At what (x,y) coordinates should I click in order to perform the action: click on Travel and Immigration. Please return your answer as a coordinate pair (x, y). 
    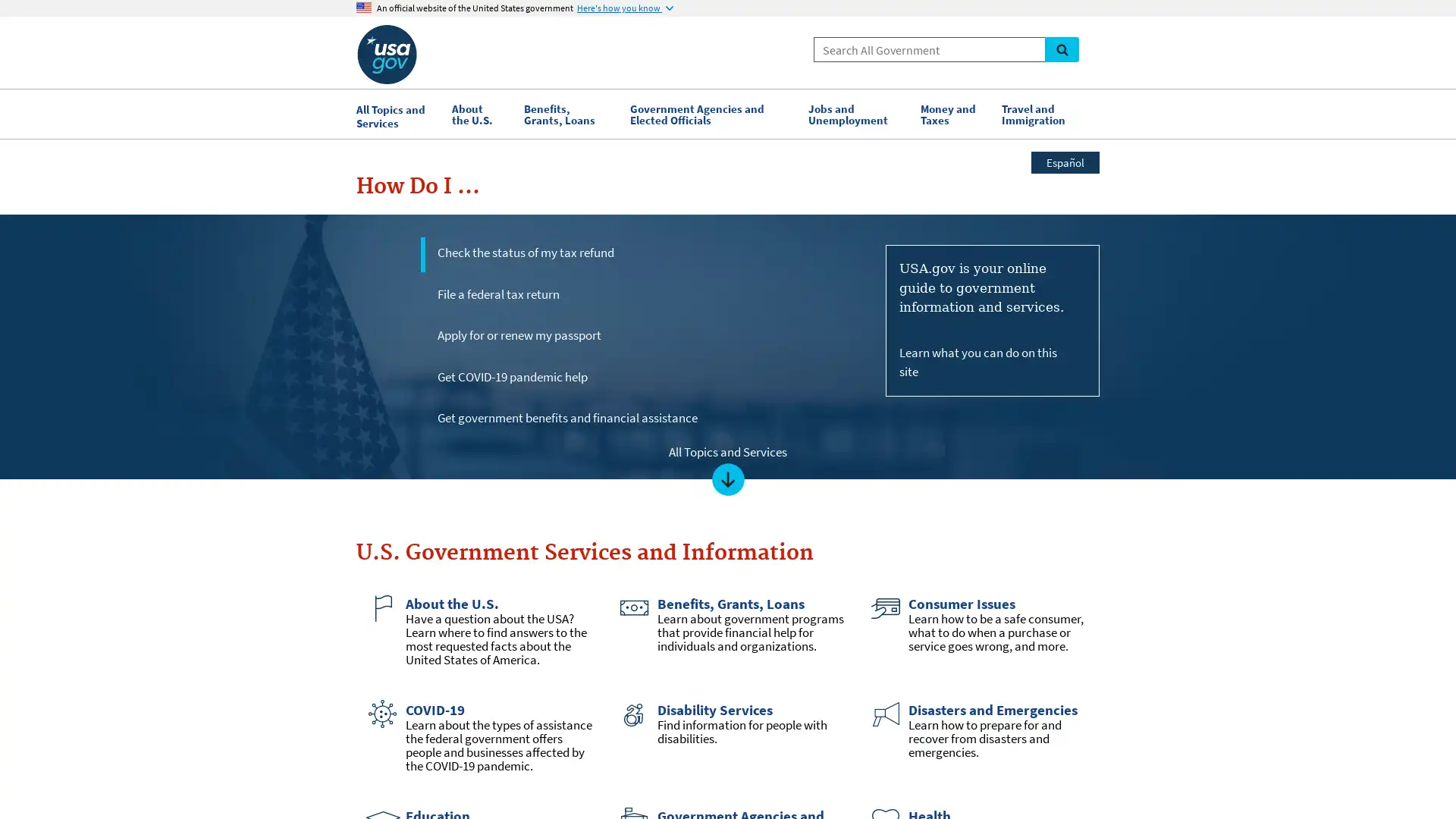
    Looking at the image, I should click on (1046, 113).